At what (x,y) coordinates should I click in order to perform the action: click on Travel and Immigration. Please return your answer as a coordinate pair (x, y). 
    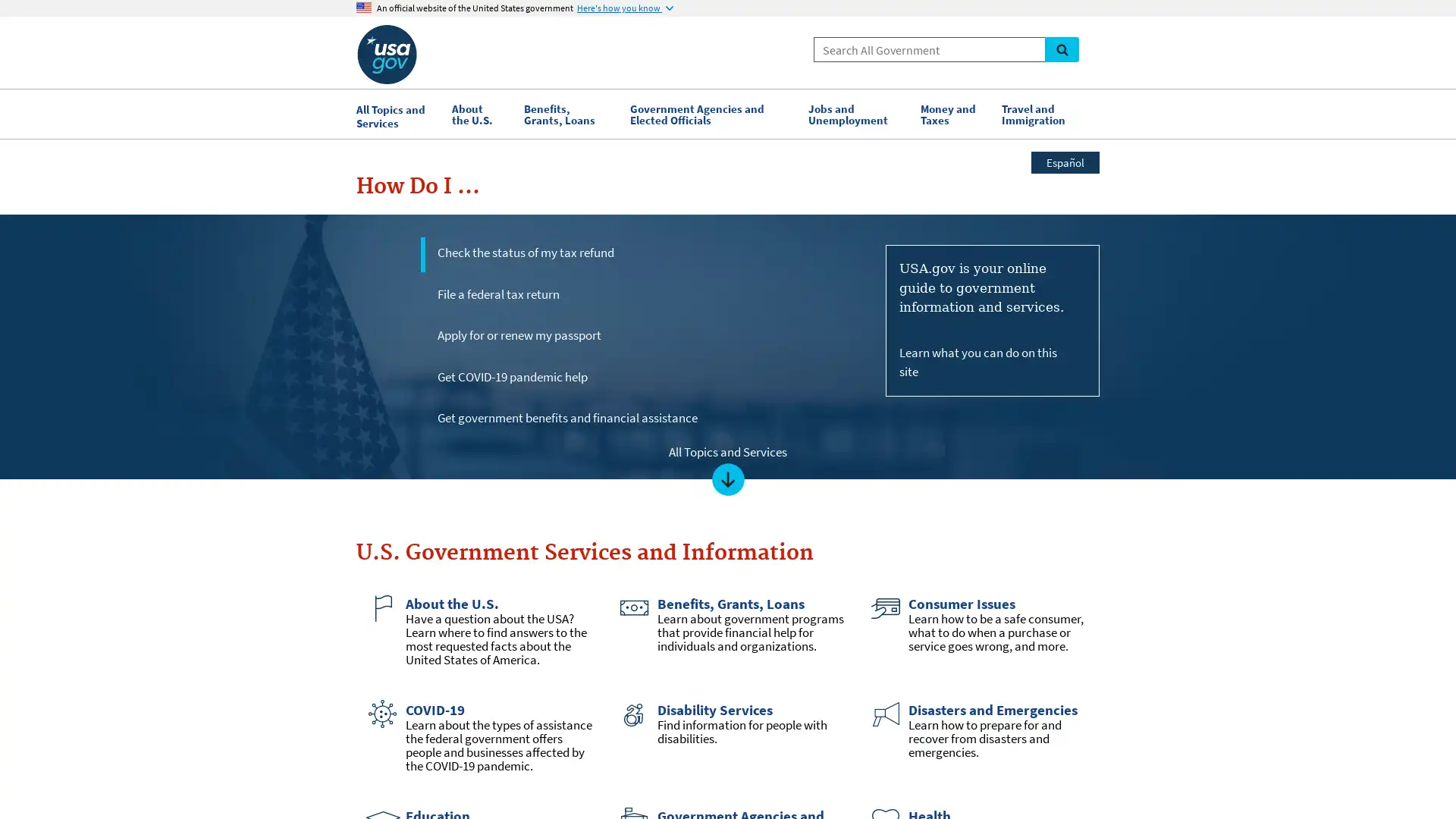
    Looking at the image, I should click on (1046, 113).